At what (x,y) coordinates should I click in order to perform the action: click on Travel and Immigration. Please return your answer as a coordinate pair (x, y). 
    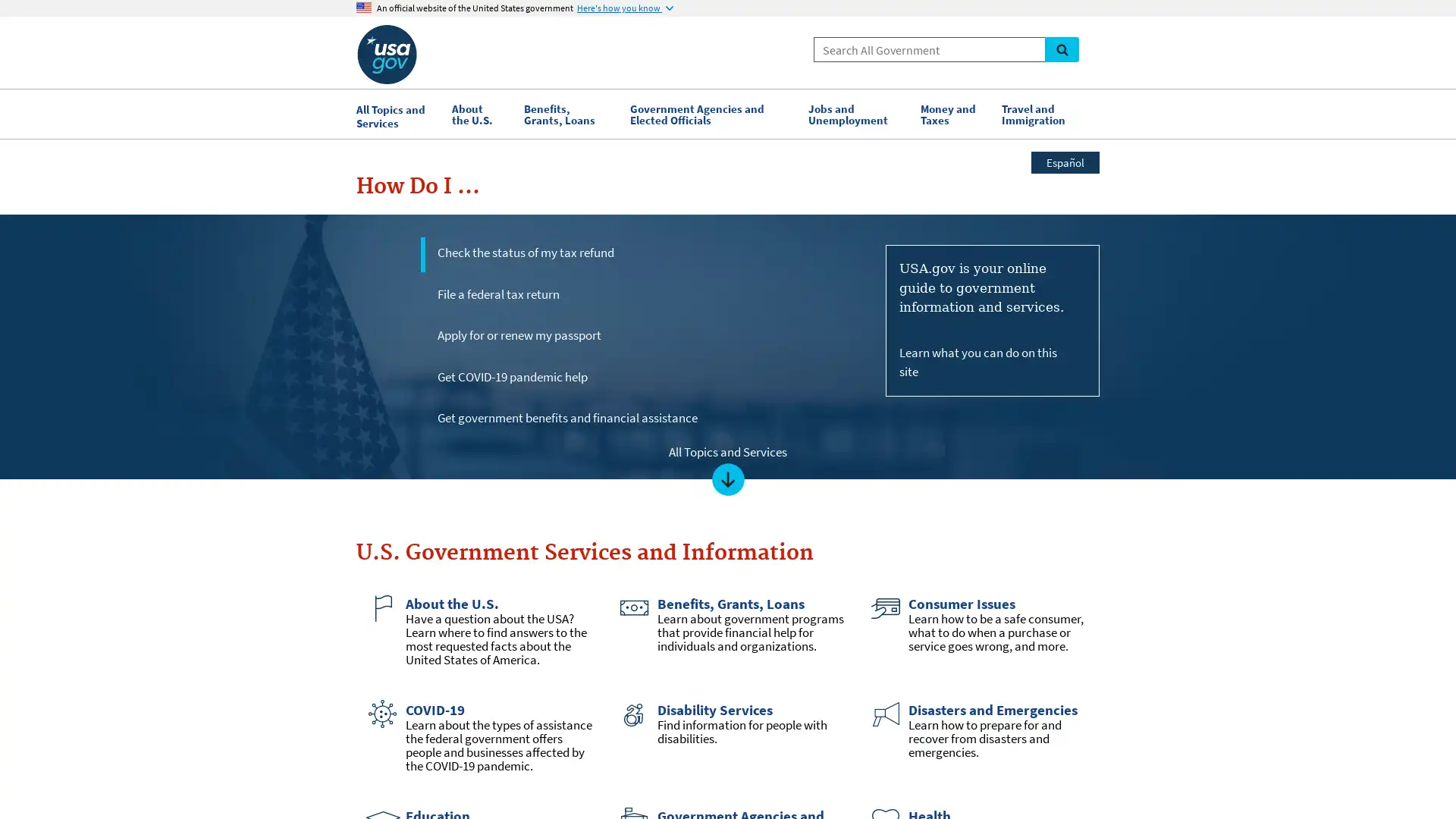
    Looking at the image, I should click on (1046, 113).